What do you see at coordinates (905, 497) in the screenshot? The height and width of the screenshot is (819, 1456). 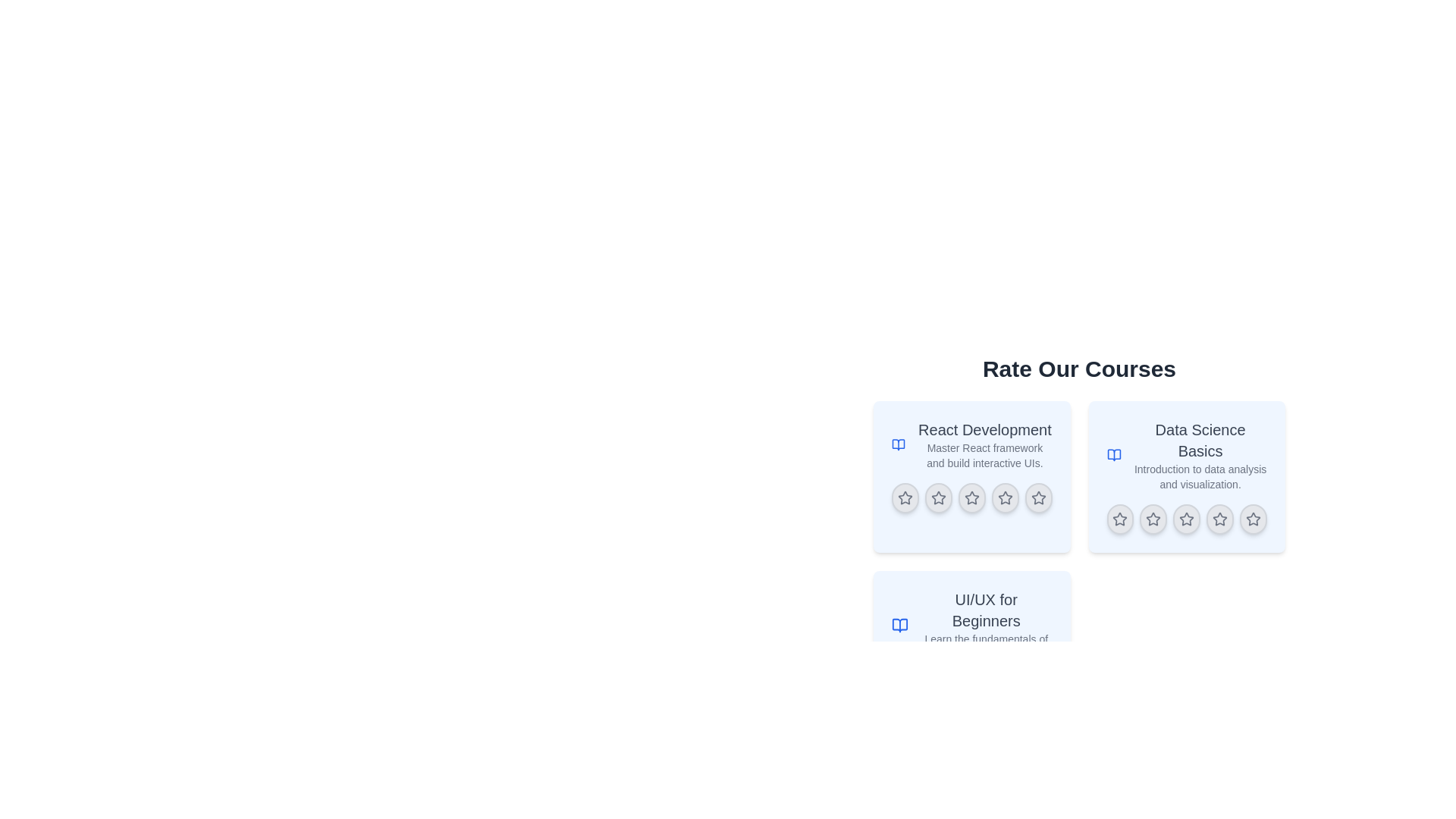 I see `the first star icon button in the rating bar below the 'React Development' course tile` at bounding box center [905, 497].